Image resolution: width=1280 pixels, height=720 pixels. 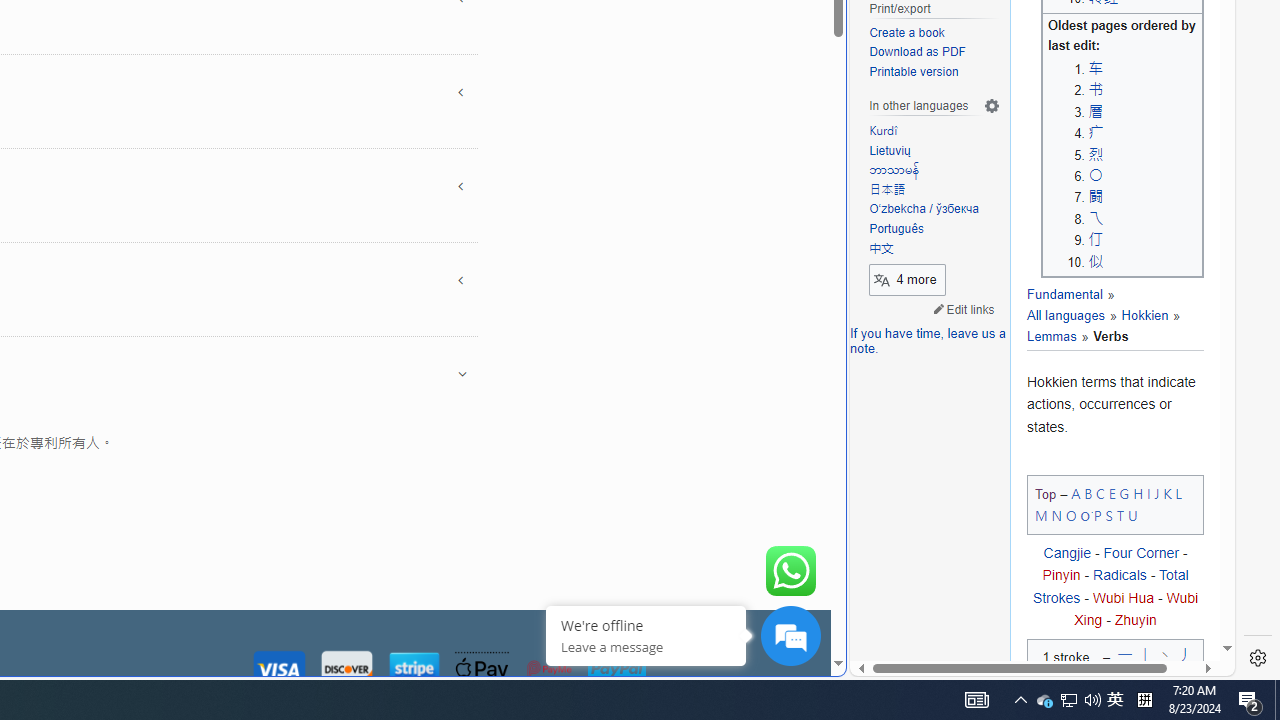 I want to click on 'Create a book', so click(x=934, y=33).